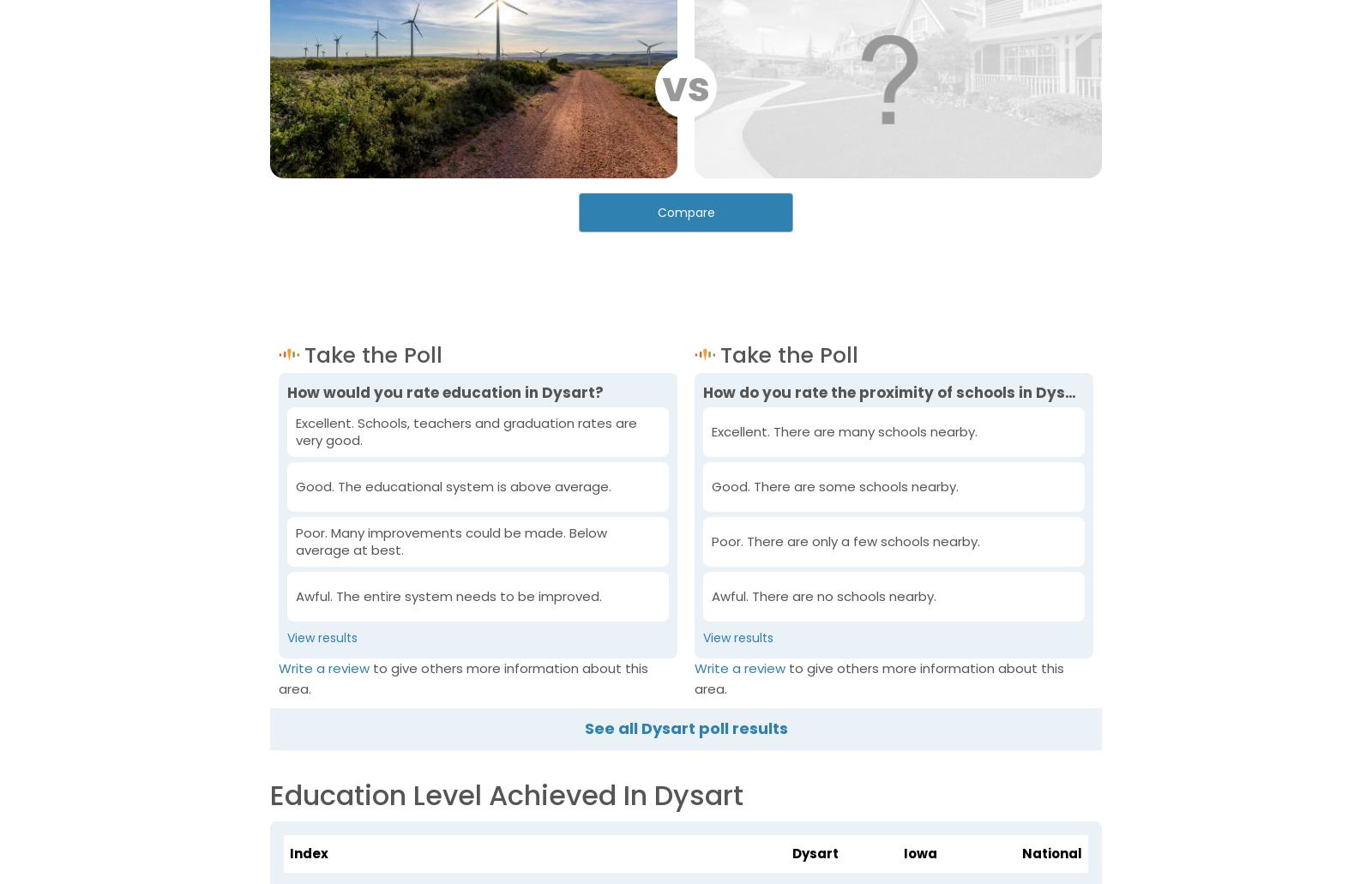 The height and width of the screenshot is (884, 1372). What do you see at coordinates (822, 596) in the screenshot?
I see `'Awful. There are no schools nearby.'` at bounding box center [822, 596].